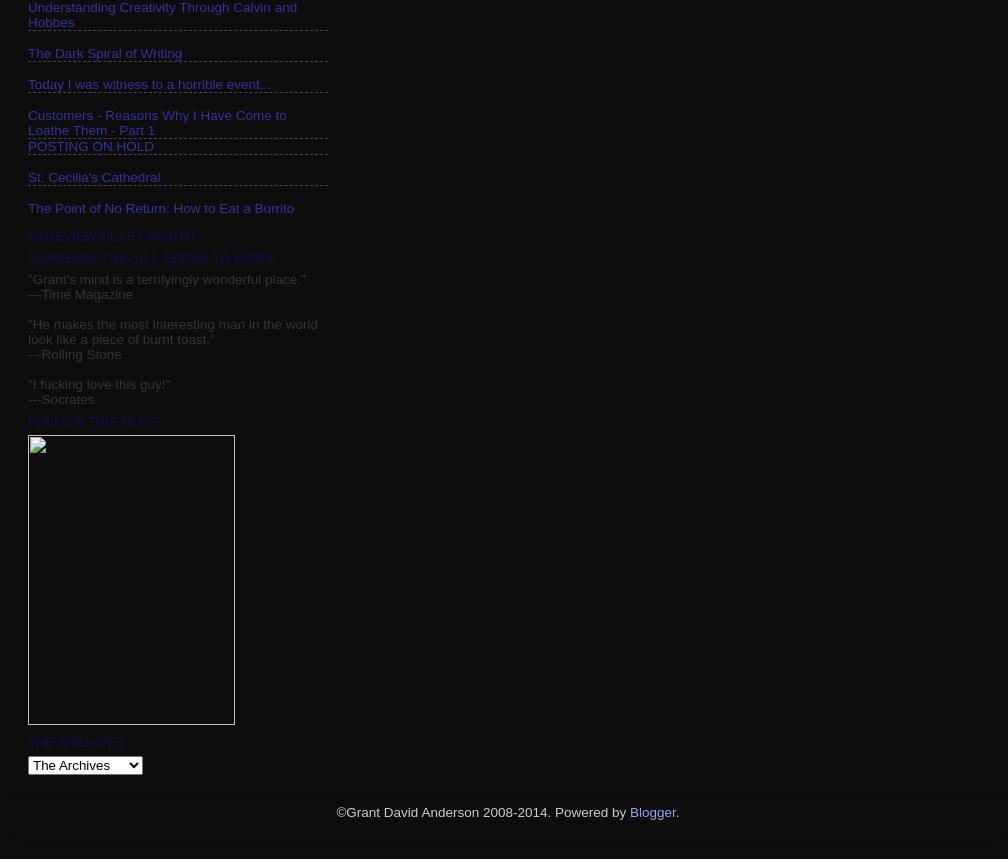 The width and height of the screenshot is (1008, 859). What do you see at coordinates (28, 256) in the screenshot?
I see `'Somehow This All Seems To Work'` at bounding box center [28, 256].